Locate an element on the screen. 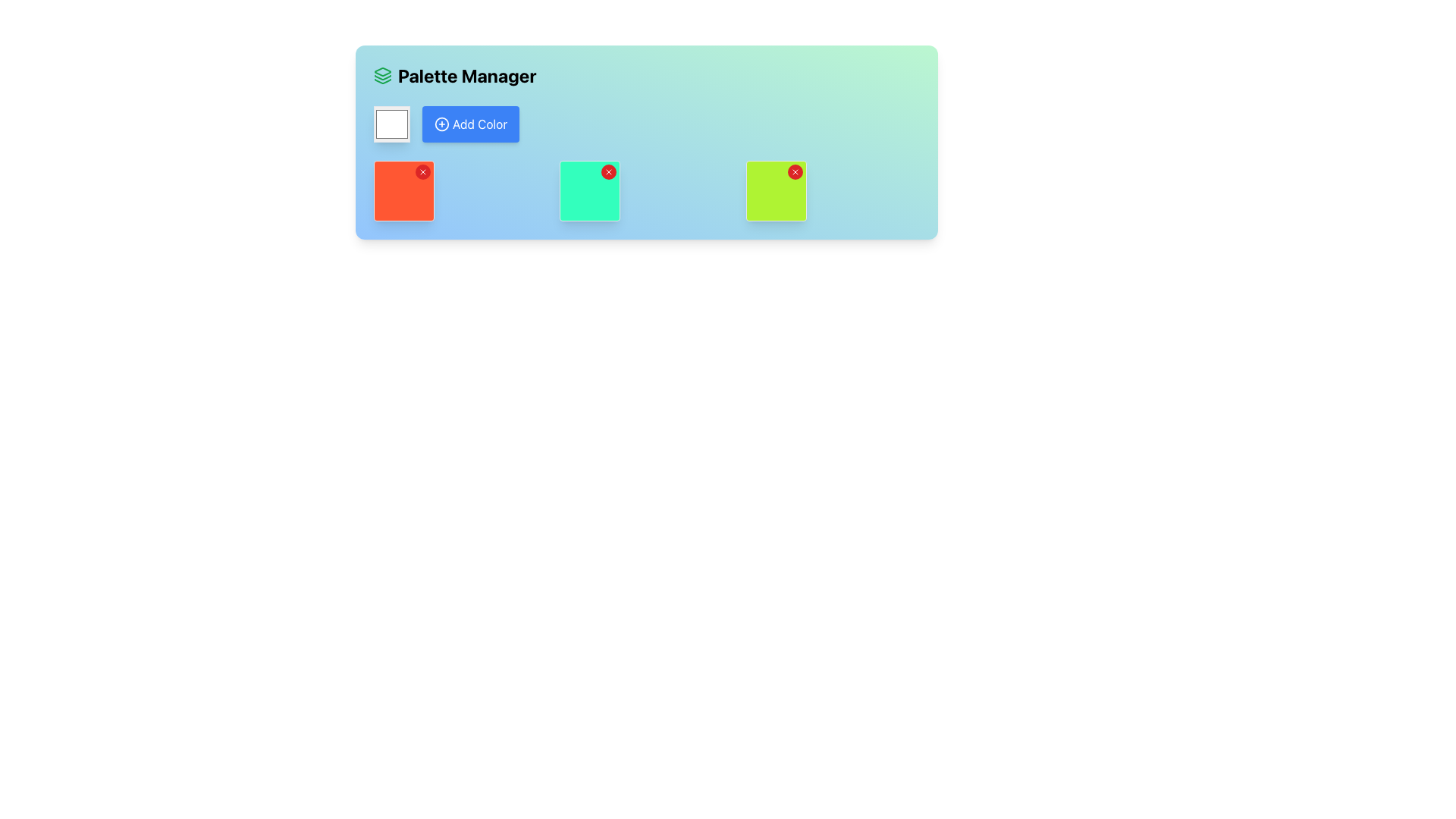  the close icon button located at the top-right corner of the green square color tile is located at coordinates (608, 171).